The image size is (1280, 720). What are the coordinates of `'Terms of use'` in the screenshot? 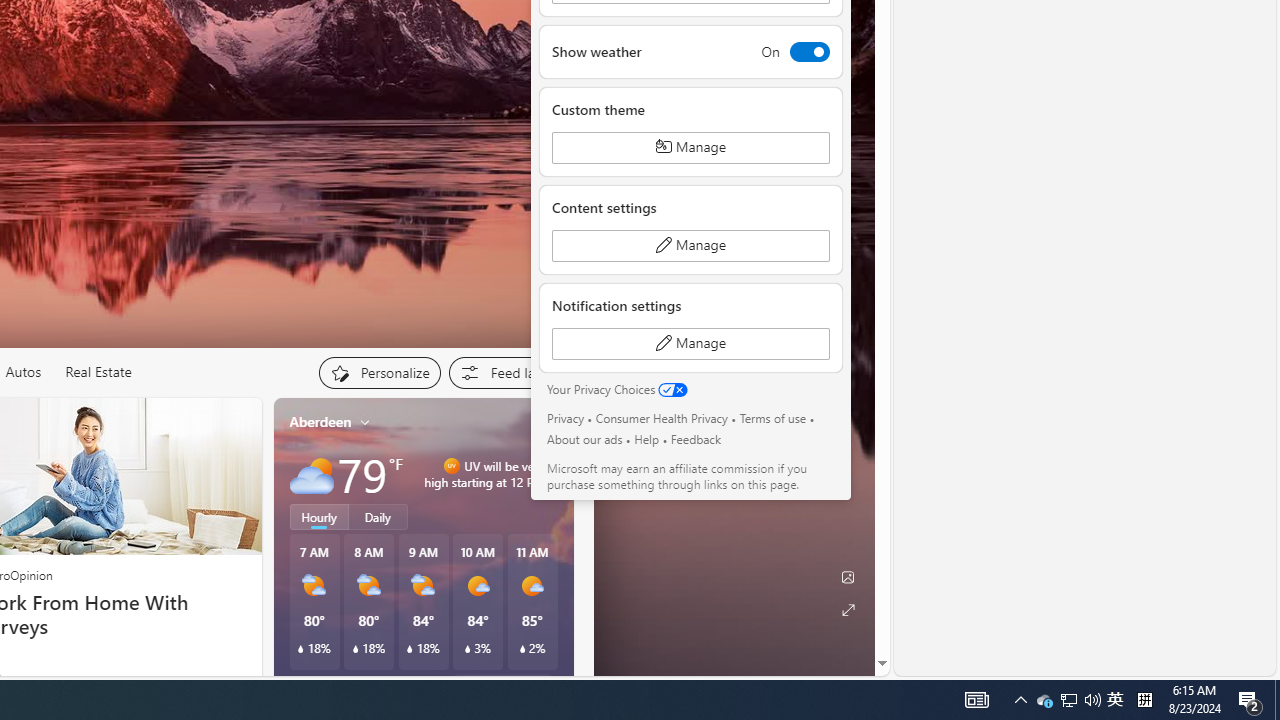 It's located at (771, 416).